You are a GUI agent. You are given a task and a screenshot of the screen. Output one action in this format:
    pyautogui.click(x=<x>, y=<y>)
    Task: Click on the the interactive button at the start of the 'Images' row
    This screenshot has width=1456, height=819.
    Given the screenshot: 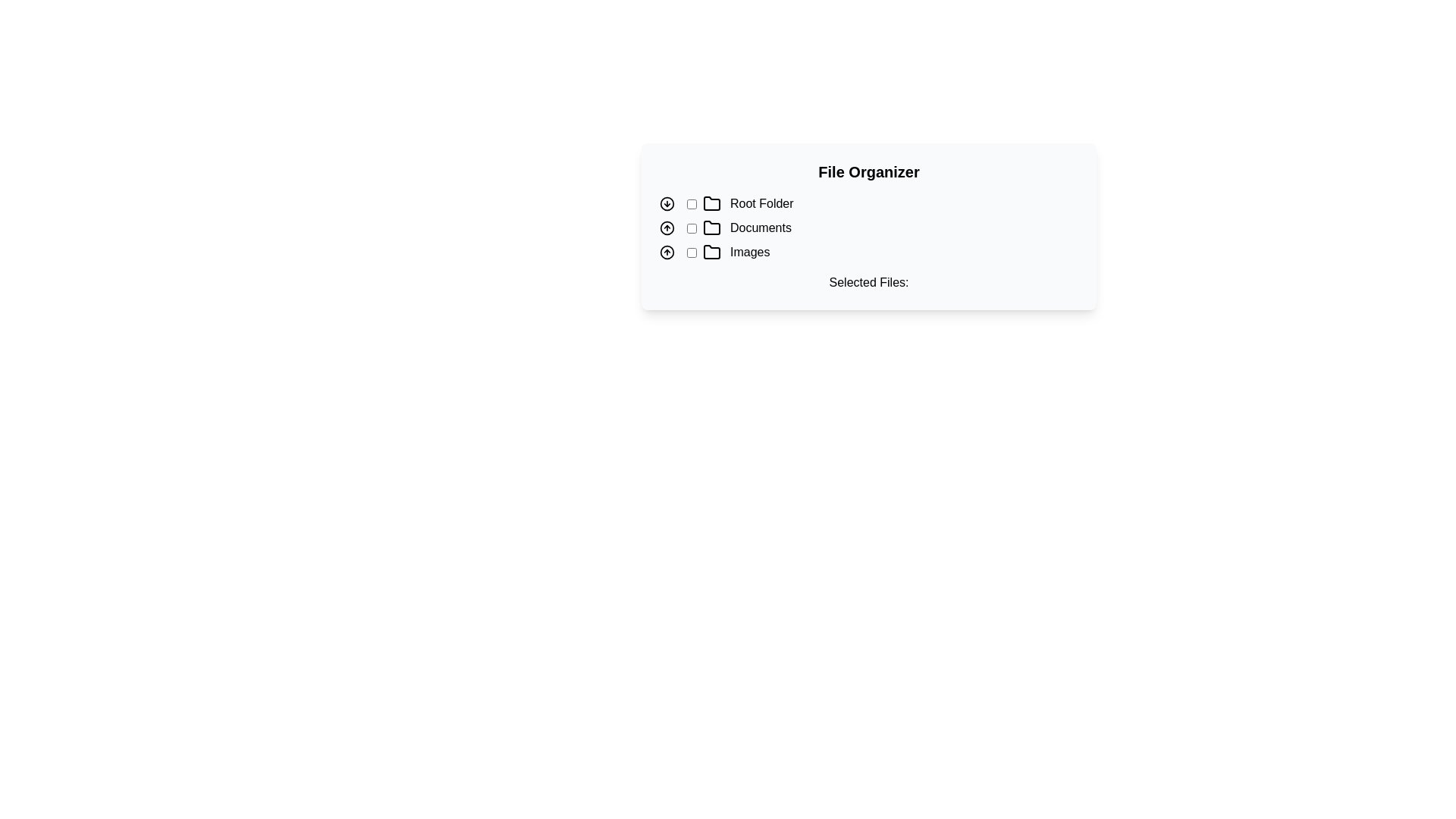 What is the action you would take?
    pyautogui.click(x=667, y=251)
    